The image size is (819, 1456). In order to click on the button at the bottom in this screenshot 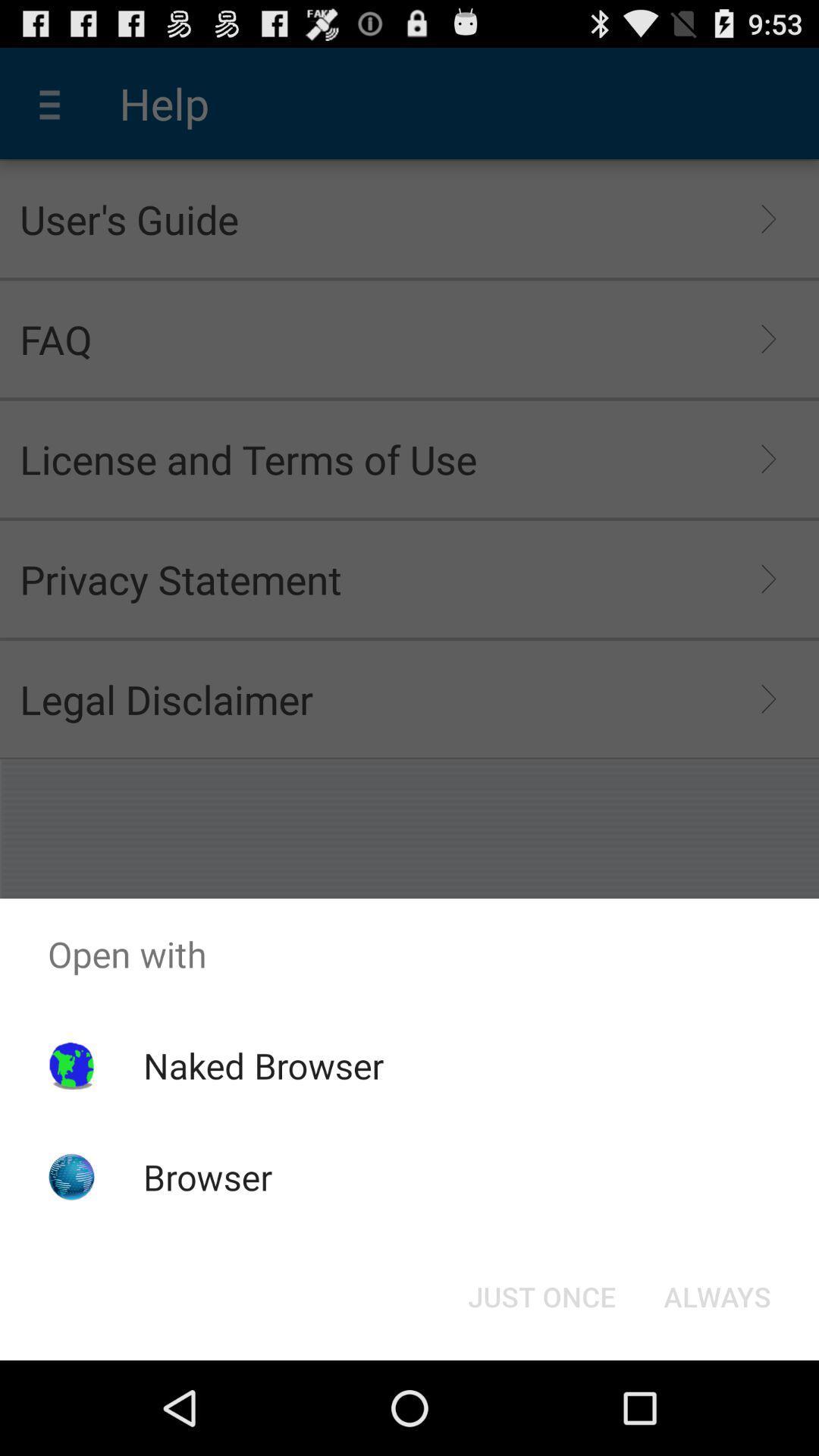, I will do `click(541, 1295)`.